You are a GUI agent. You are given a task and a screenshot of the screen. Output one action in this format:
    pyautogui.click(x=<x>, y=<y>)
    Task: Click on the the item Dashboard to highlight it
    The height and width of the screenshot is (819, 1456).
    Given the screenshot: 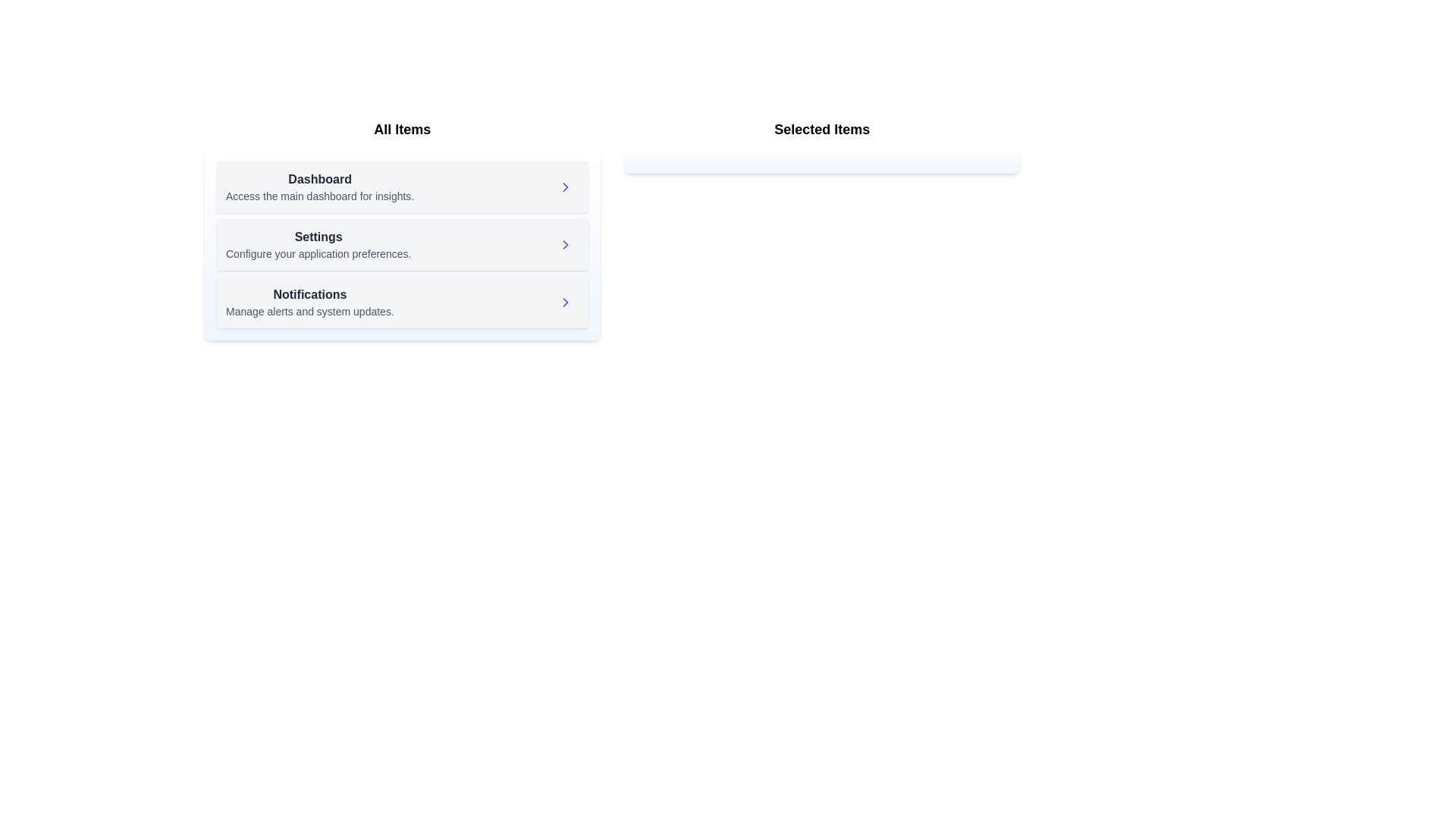 What is the action you would take?
    pyautogui.click(x=319, y=186)
    